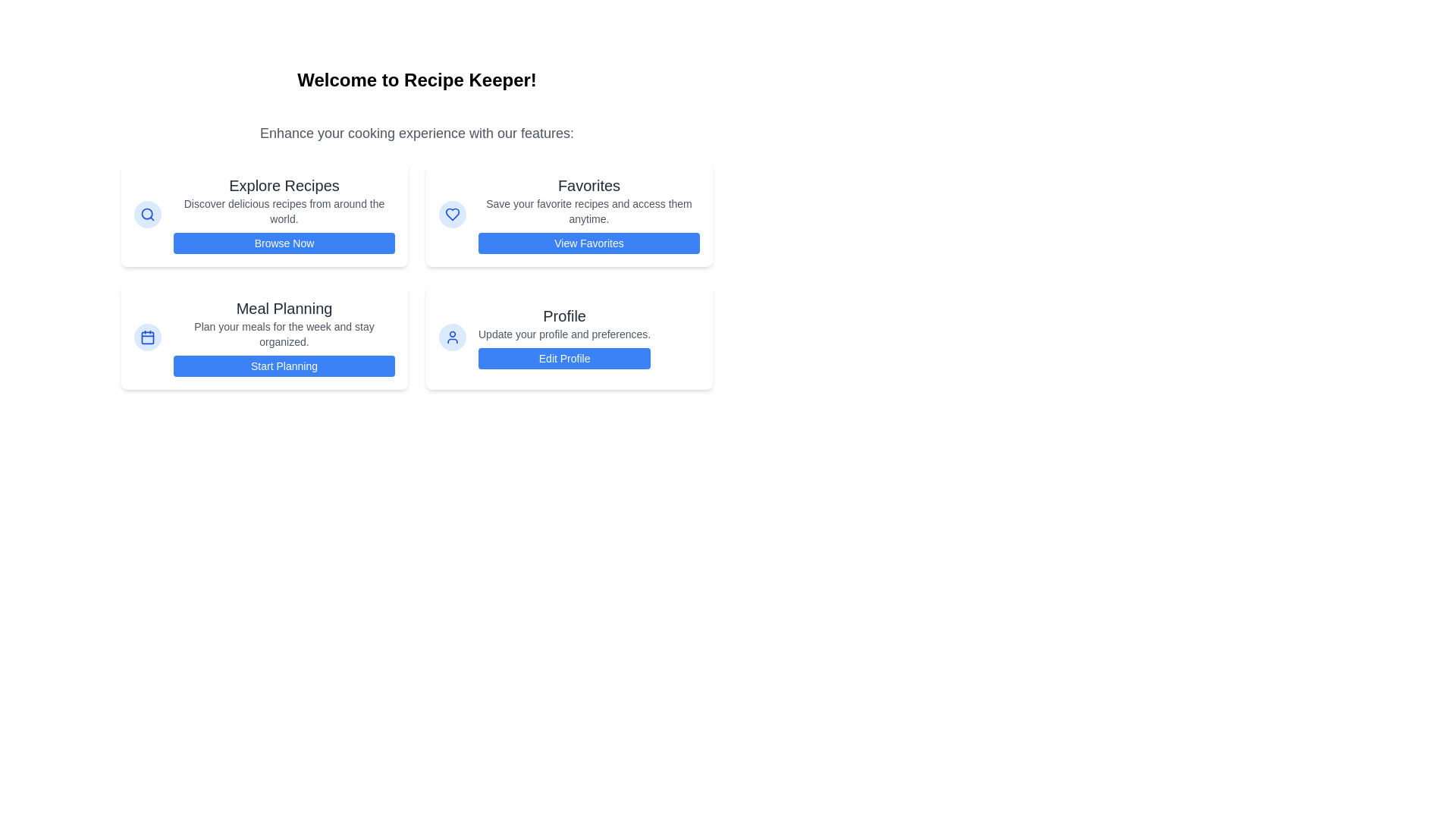 The height and width of the screenshot is (819, 1456). What do you see at coordinates (568, 336) in the screenshot?
I see `the fourth card in the grid layout that serves as a navigational entry point for updating user profile information and preferences` at bounding box center [568, 336].